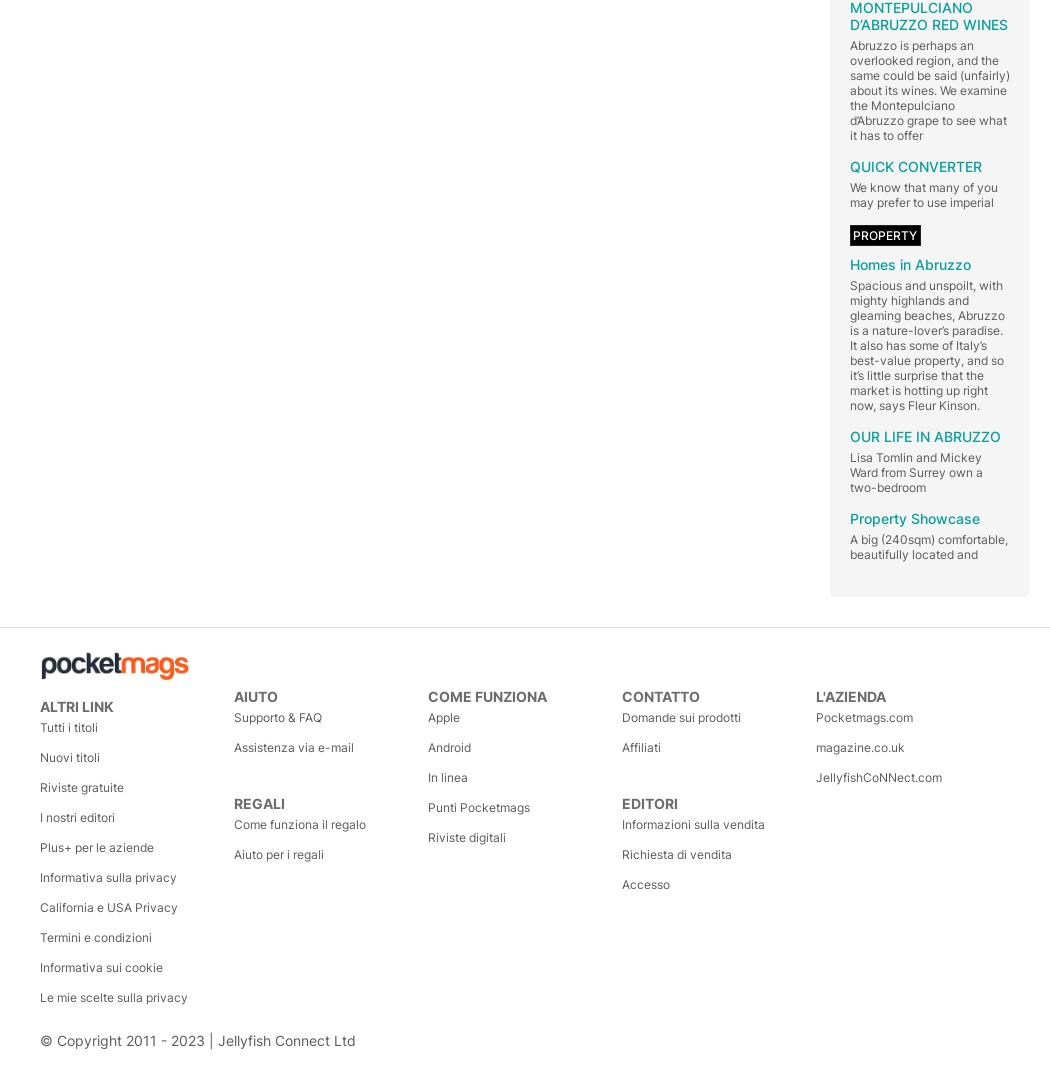 This screenshot has height=1066, width=1050. I want to click on 'Contatto', so click(659, 694).